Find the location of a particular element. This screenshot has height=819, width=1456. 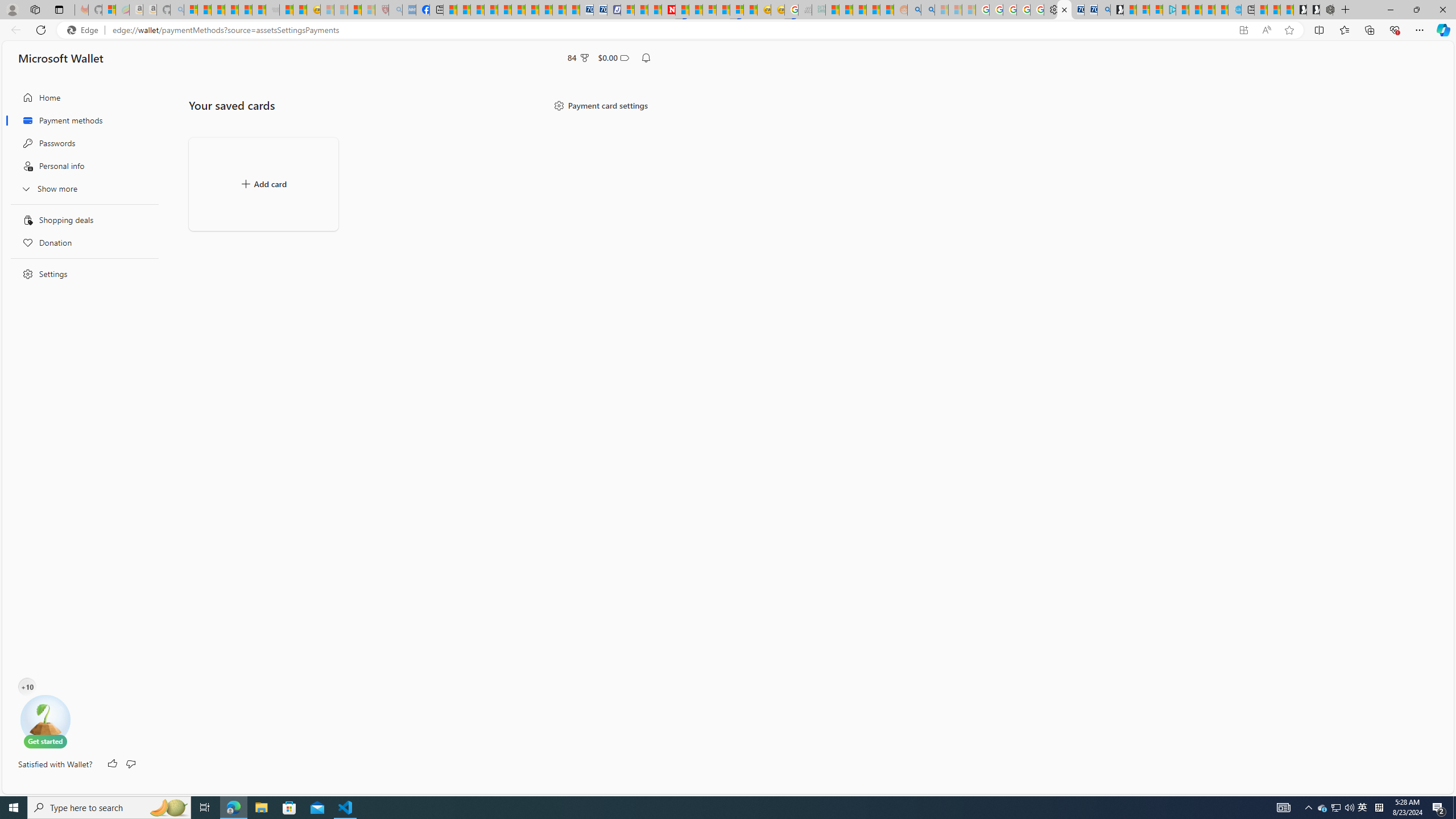

'Passwords' is located at coordinates (81, 142).